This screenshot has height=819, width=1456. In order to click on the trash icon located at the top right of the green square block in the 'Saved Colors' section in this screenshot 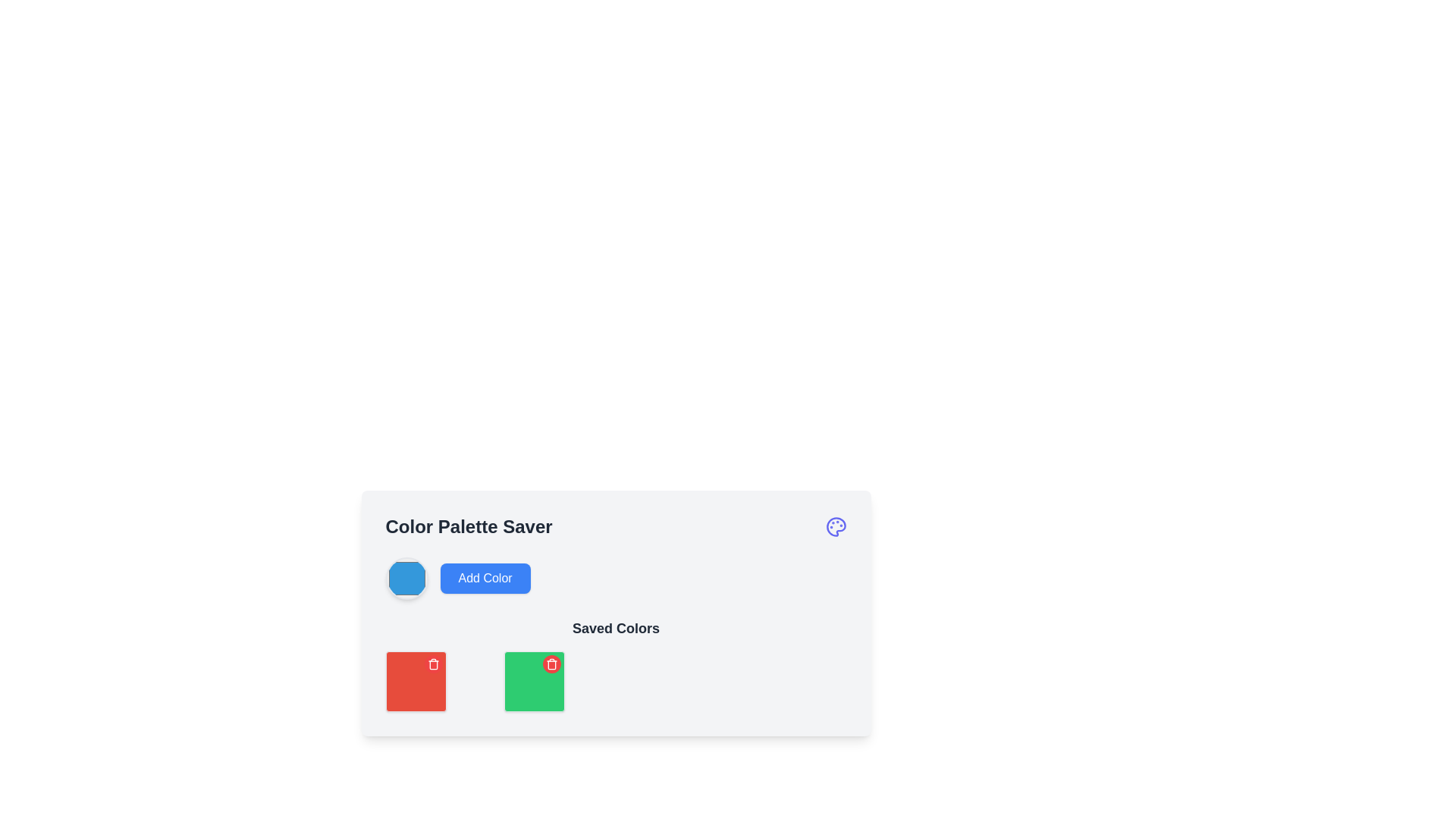, I will do `click(432, 663)`.